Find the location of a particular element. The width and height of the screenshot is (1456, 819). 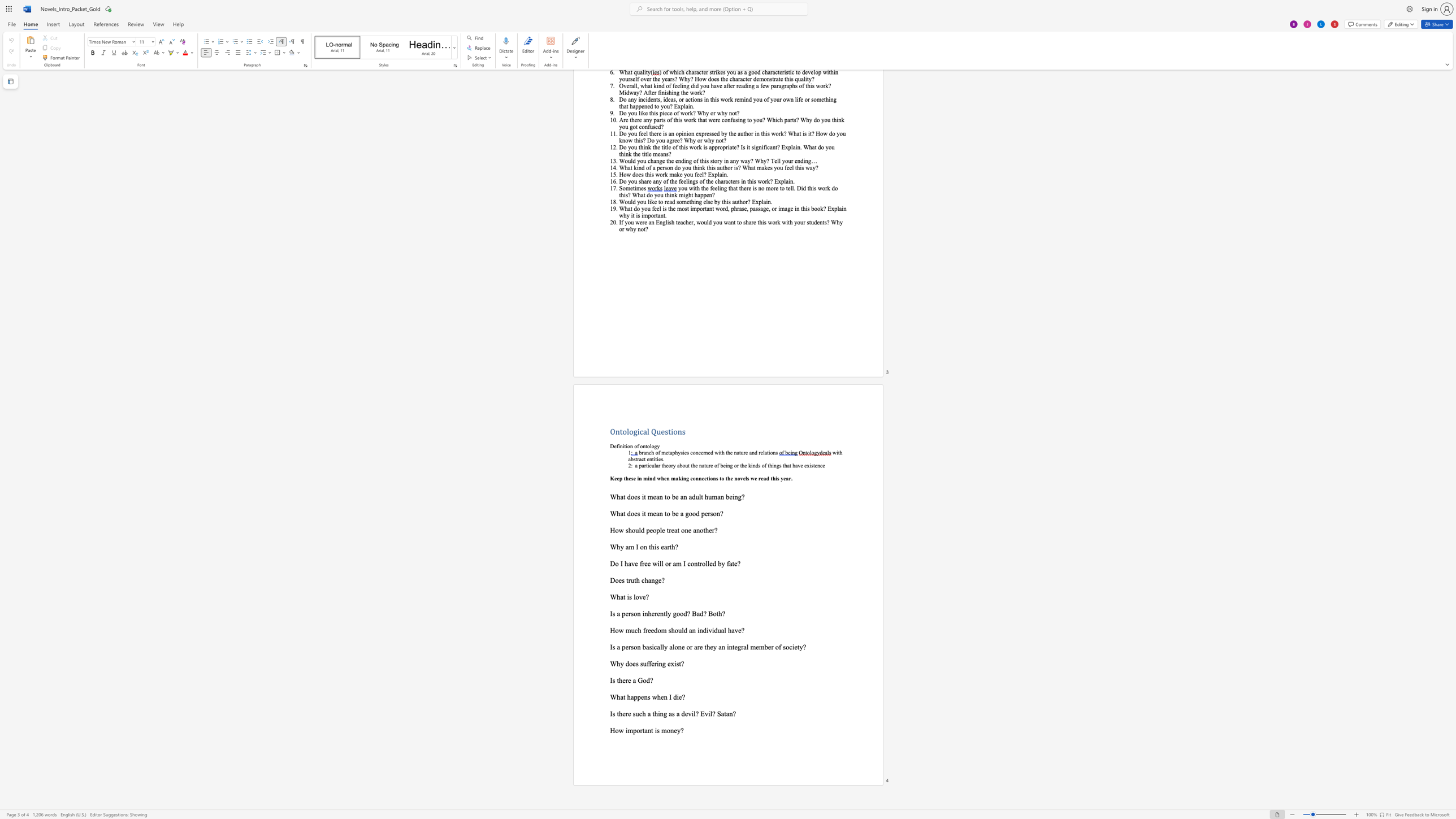

the 1th character "d" in the text is located at coordinates (629, 513).